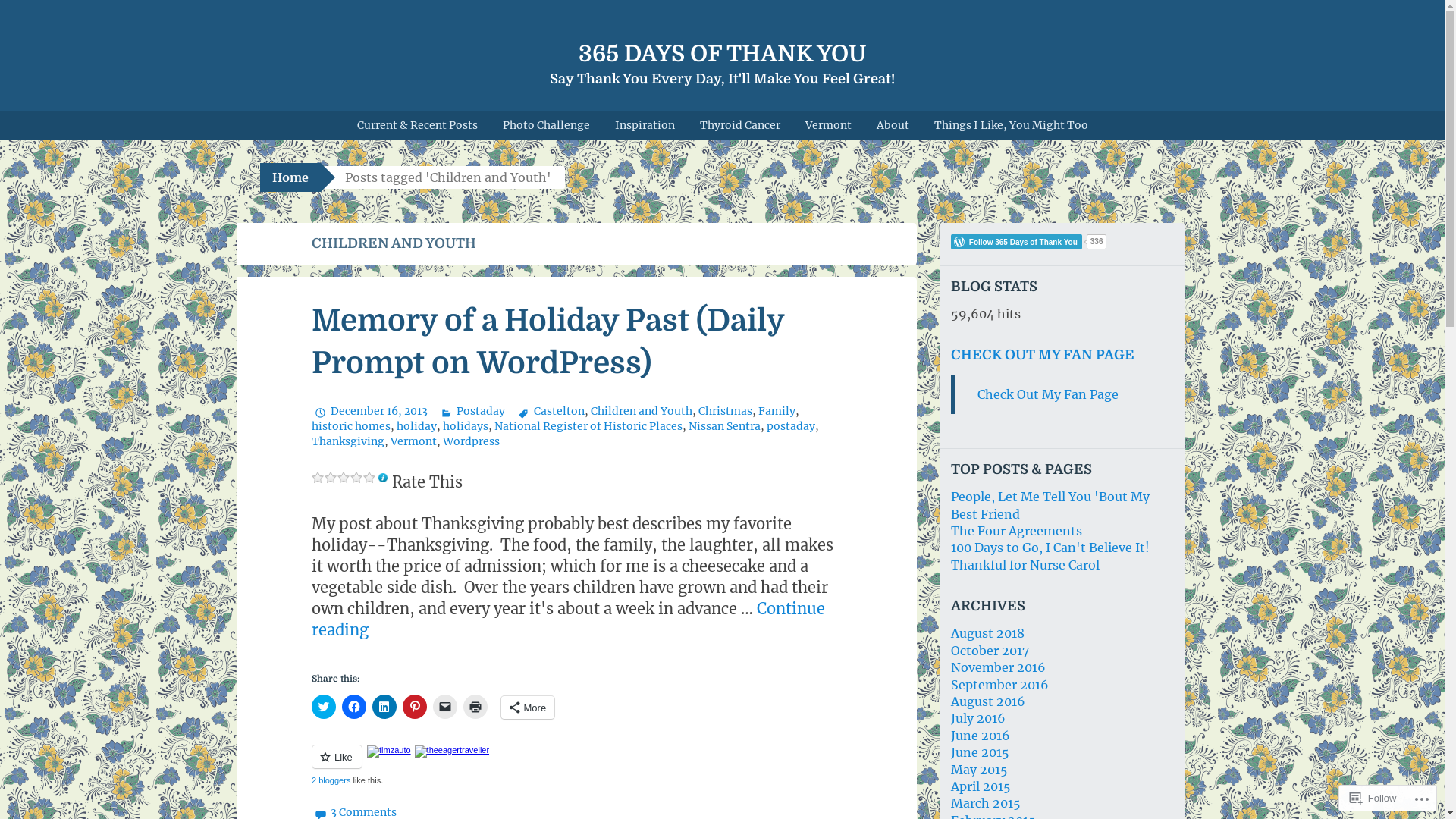  What do you see at coordinates (369, 411) in the screenshot?
I see `'December 16, 2013'` at bounding box center [369, 411].